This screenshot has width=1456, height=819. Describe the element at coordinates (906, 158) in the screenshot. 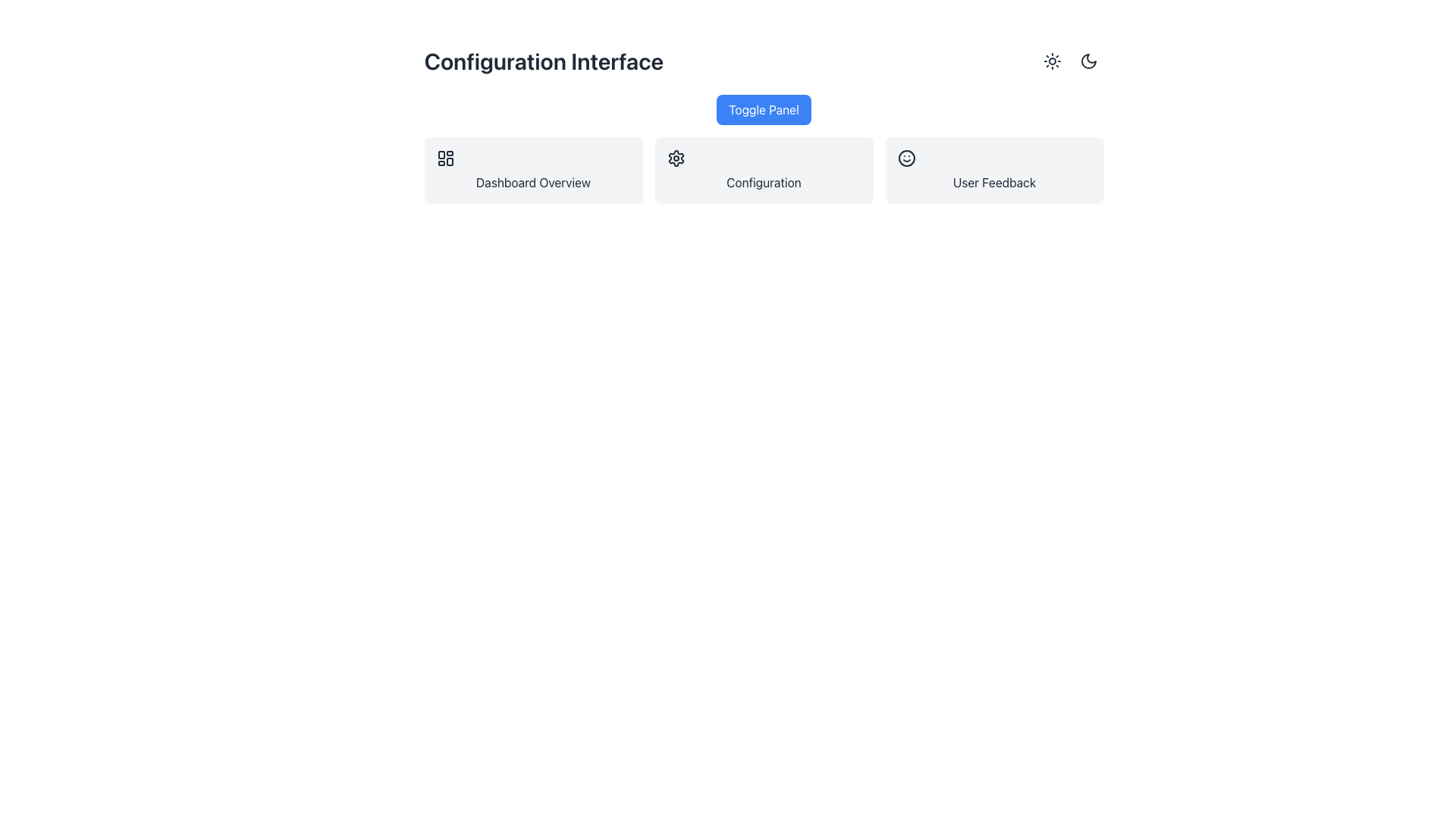

I see `the User Feedback icon which represents positive feedback or user satisfaction located in the User Feedback section on the right of the interface` at that location.